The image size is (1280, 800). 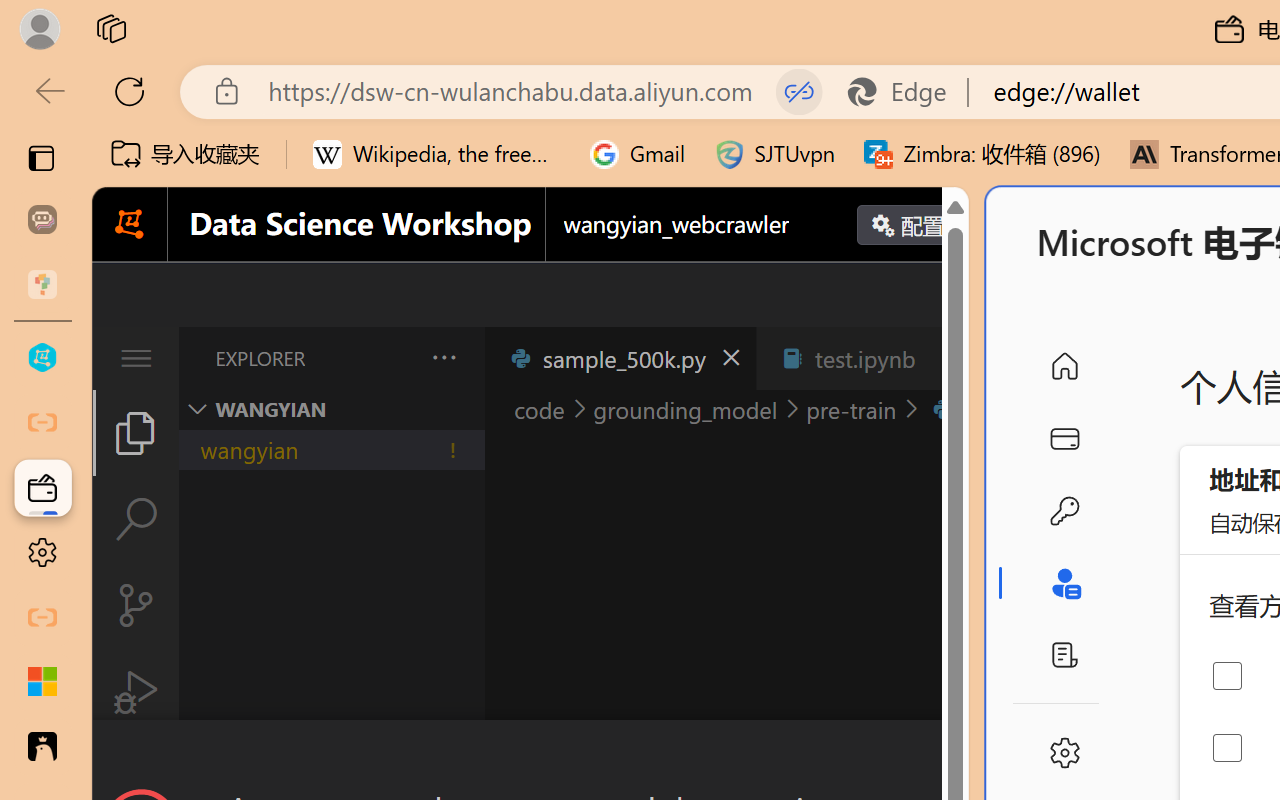 I want to click on 'Close Dialog', so click(x=960, y=756).